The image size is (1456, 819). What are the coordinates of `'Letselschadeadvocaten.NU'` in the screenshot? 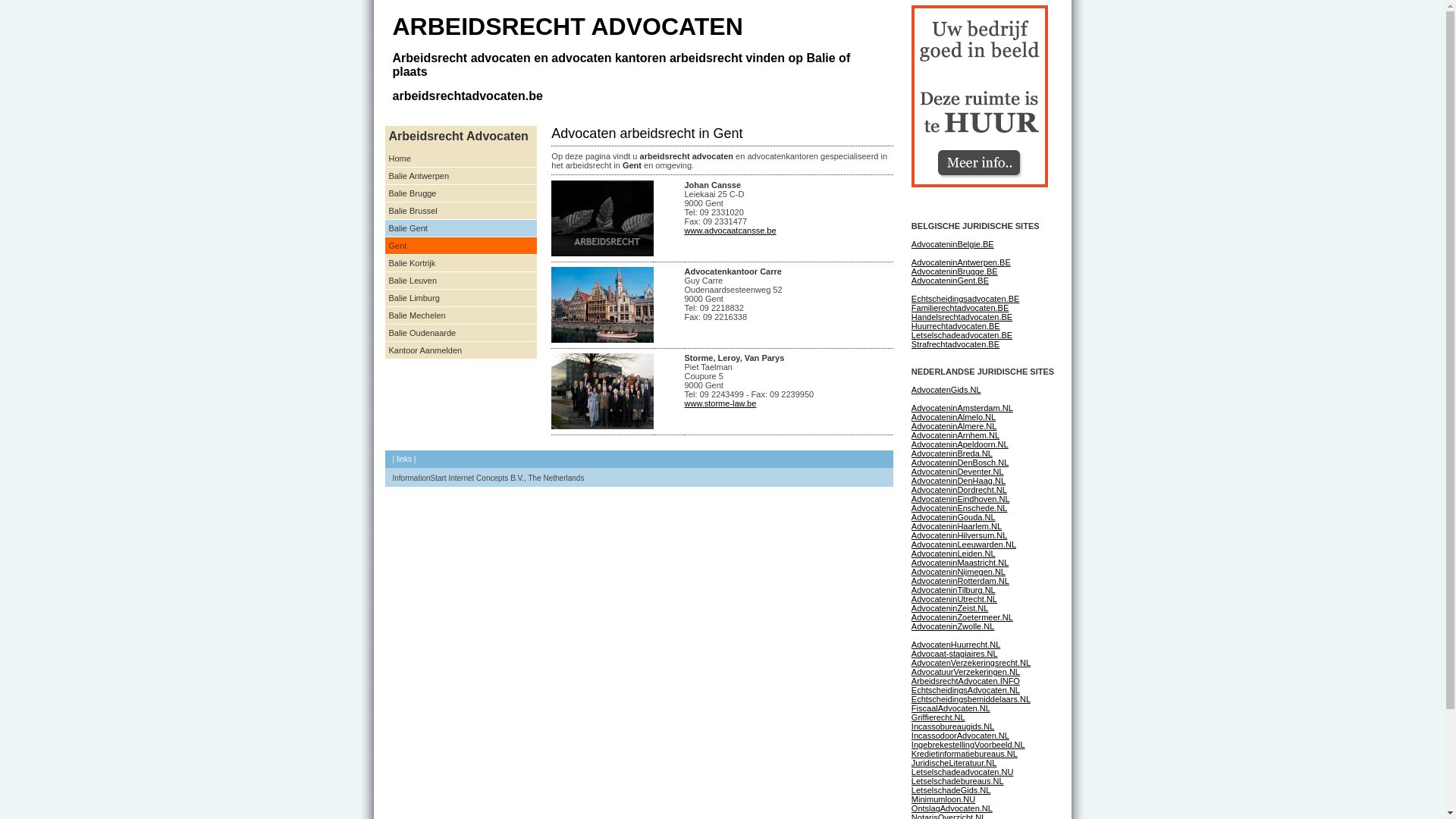 It's located at (962, 772).